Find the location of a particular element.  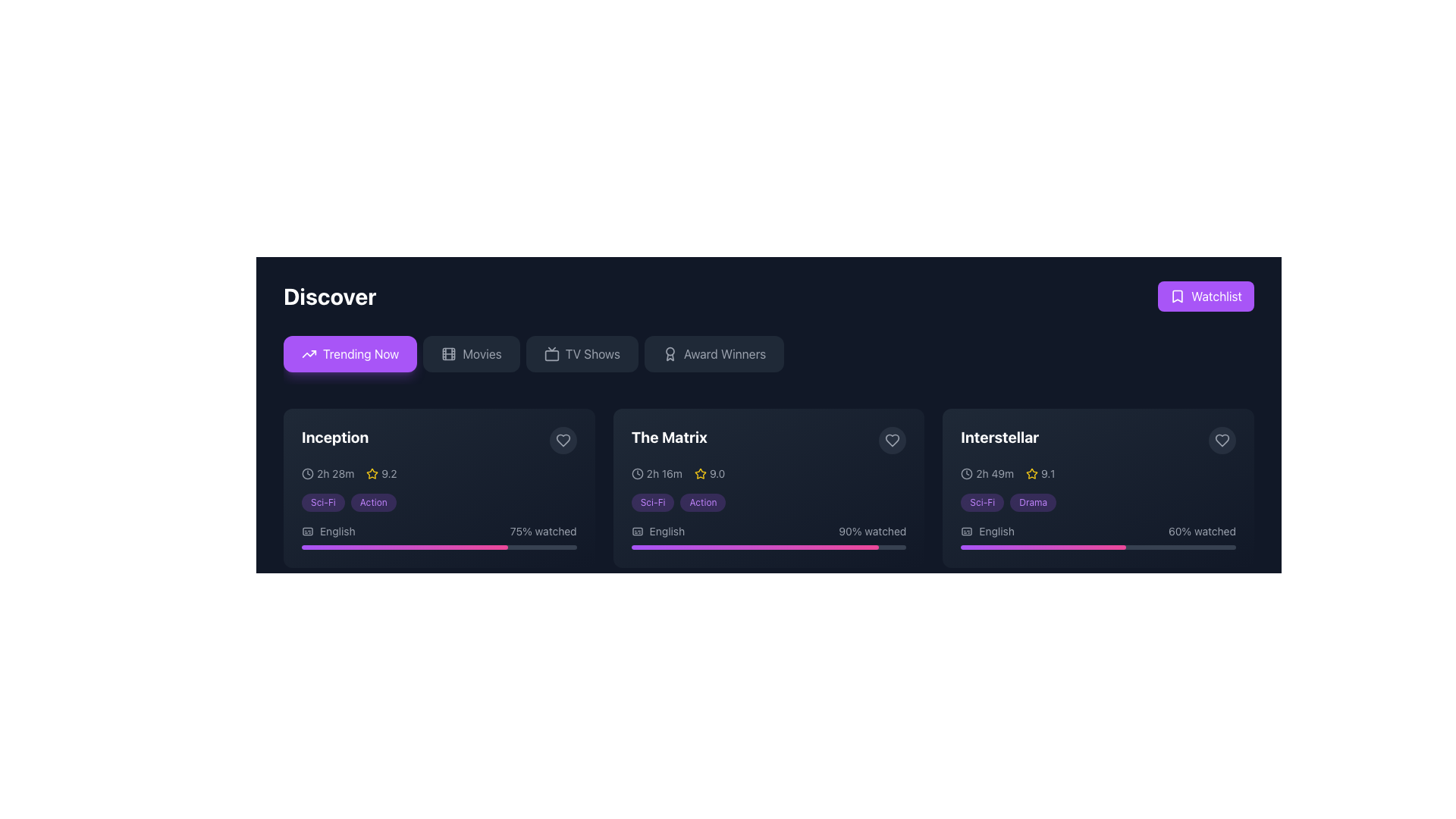

the Decorative SVG graphic (circle) with a simple border and no fill, located in the upper section of the interface adjacent to navigation buttons is located at coordinates (669, 351).